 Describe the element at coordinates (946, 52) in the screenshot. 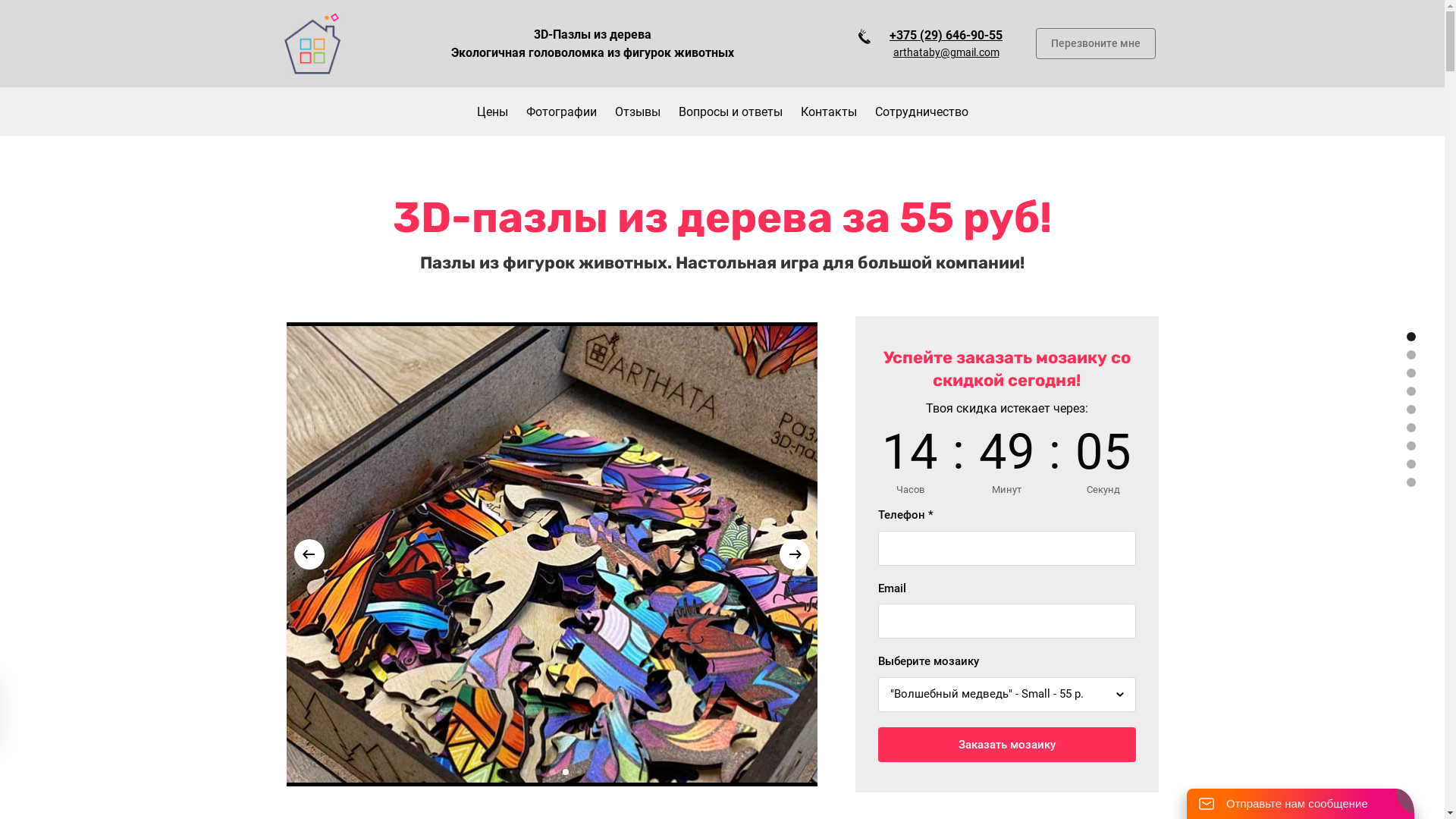

I see `'arthataby@gmail.com'` at that location.